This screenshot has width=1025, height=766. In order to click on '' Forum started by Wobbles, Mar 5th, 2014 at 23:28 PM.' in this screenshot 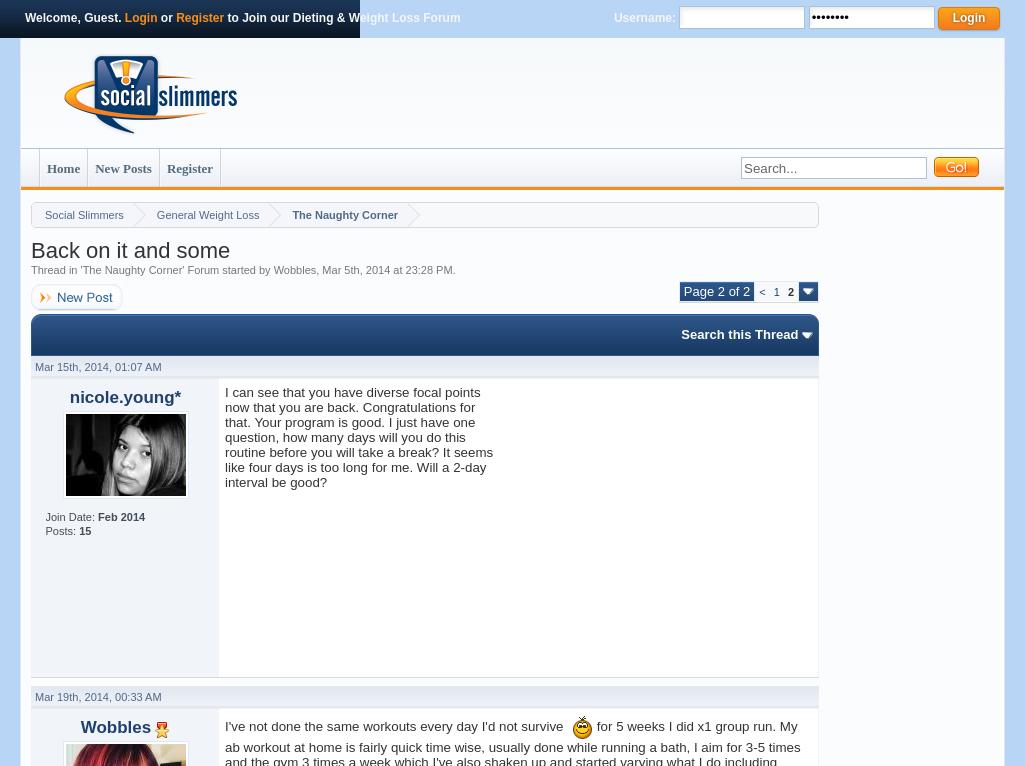, I will do `click(318, 270)`.